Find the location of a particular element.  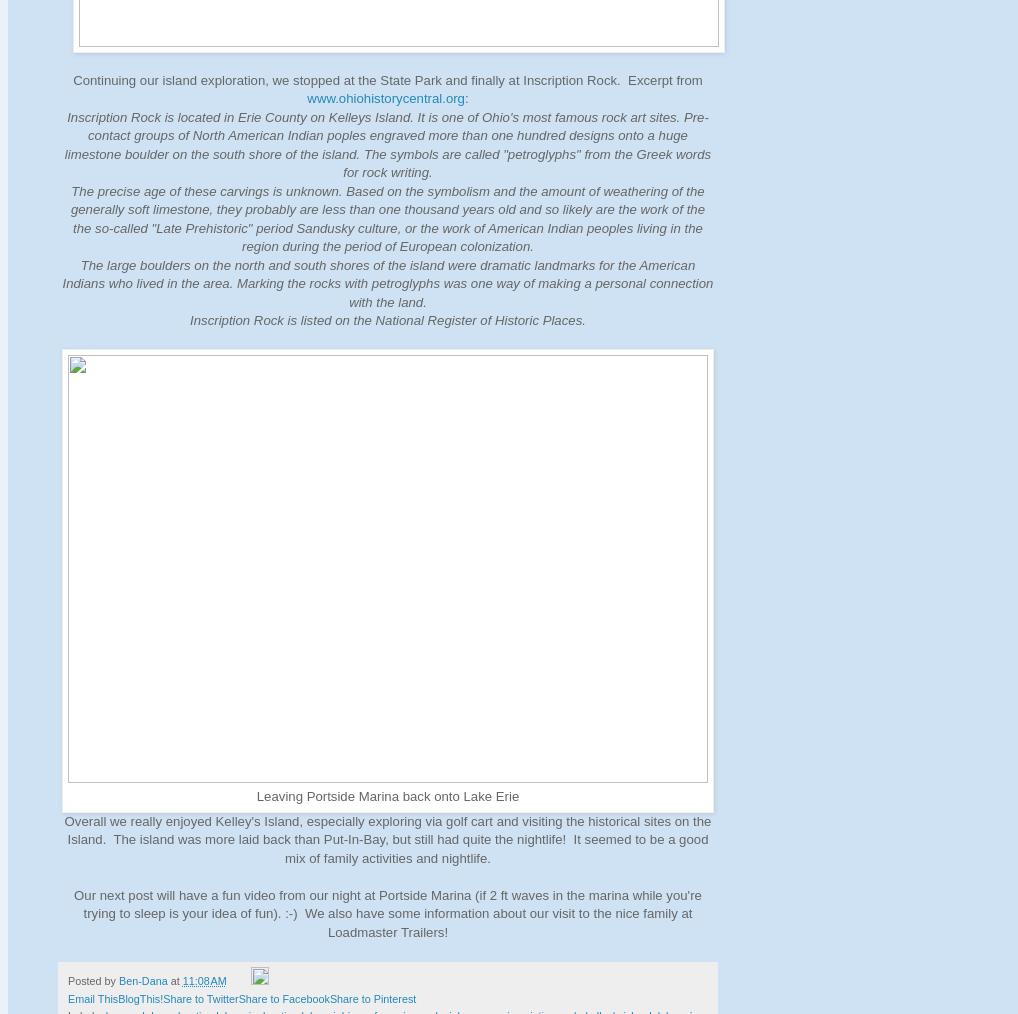

'11:08 AM' is located at coordinates (203, 981).